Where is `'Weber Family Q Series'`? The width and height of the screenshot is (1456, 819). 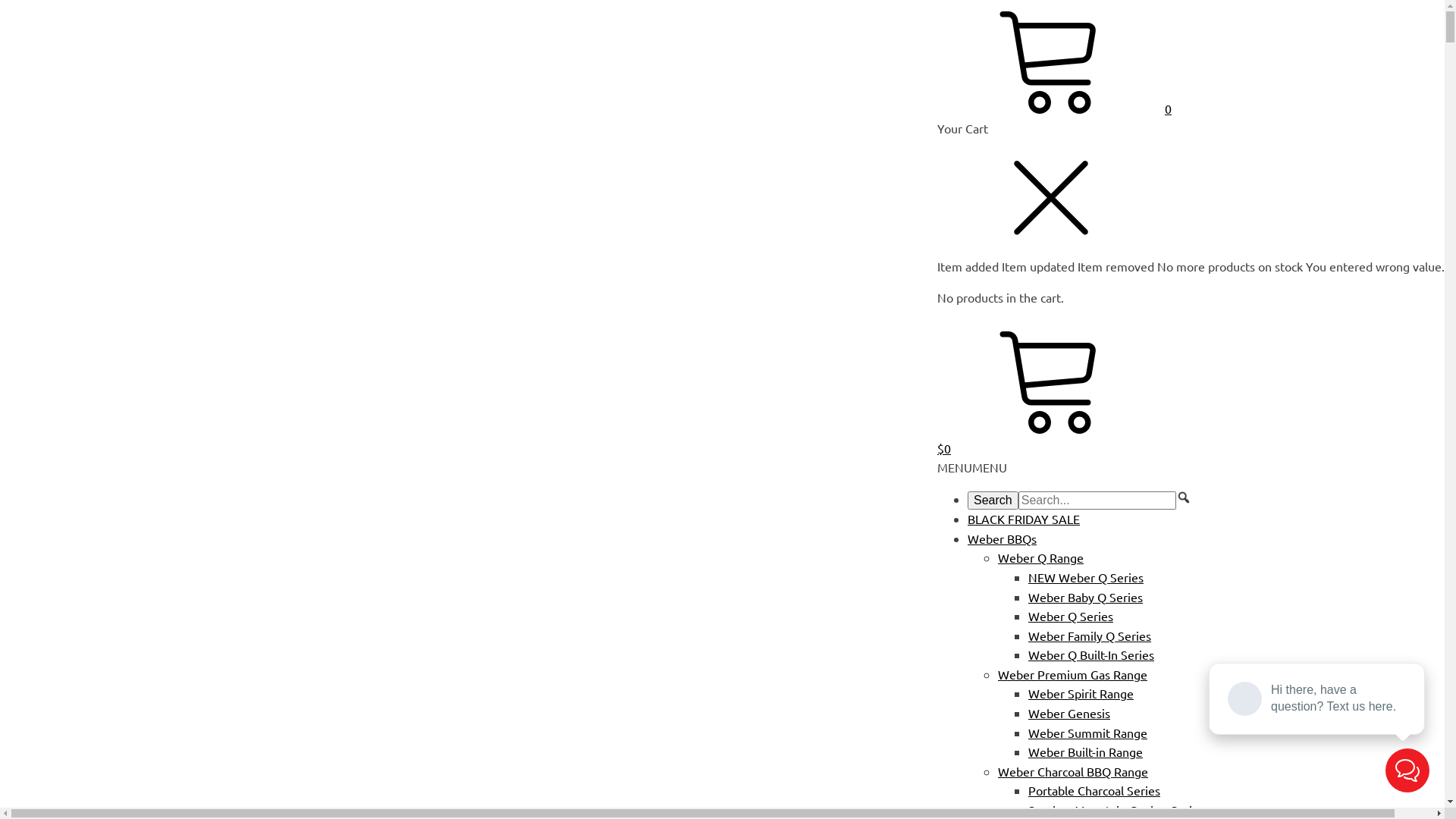
'Weber Family Q Series' is located at coordinates (1088, 635).